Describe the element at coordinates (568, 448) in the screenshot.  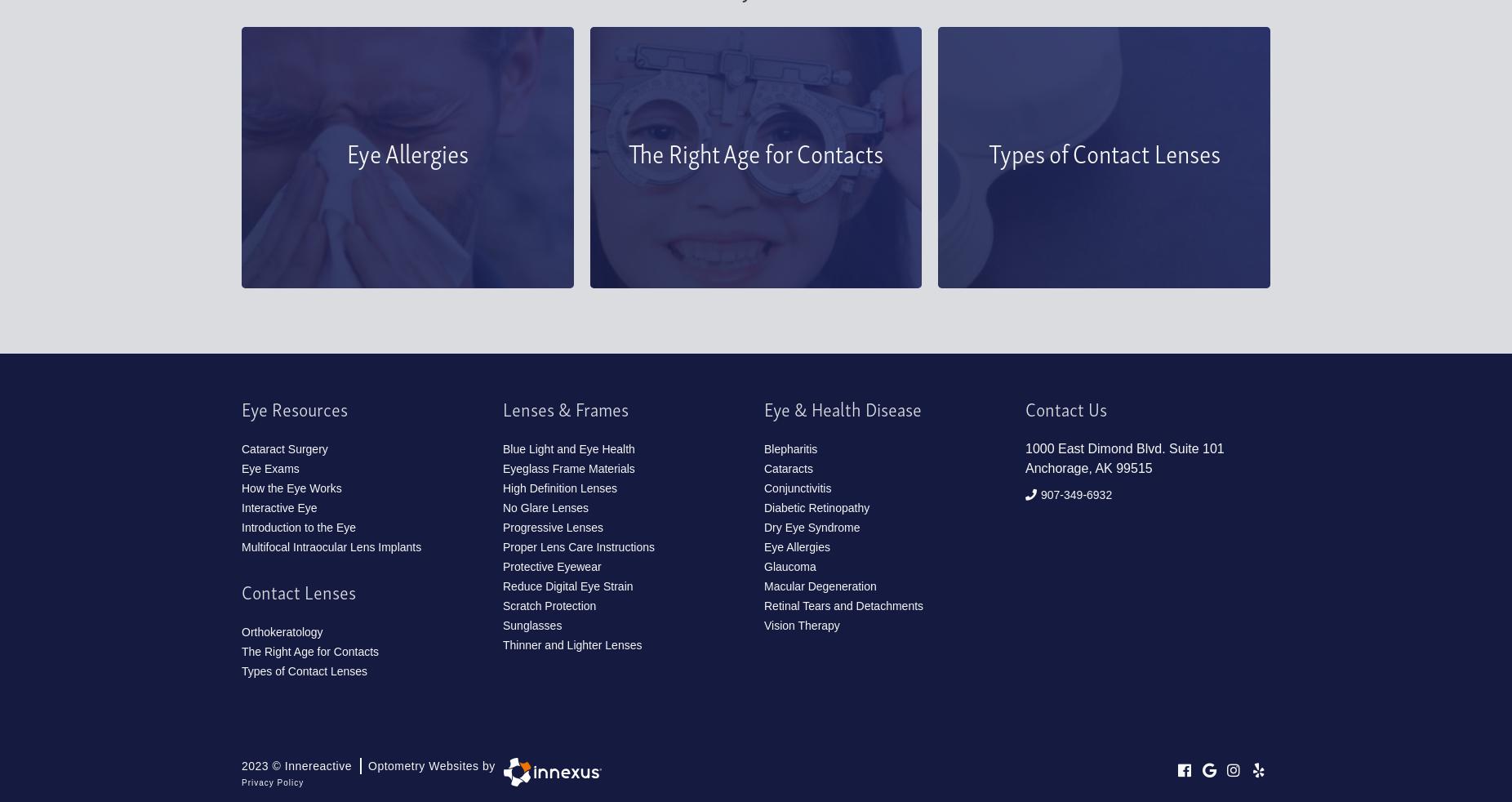
I see `'Blue Light and Eye Health'` at that location.